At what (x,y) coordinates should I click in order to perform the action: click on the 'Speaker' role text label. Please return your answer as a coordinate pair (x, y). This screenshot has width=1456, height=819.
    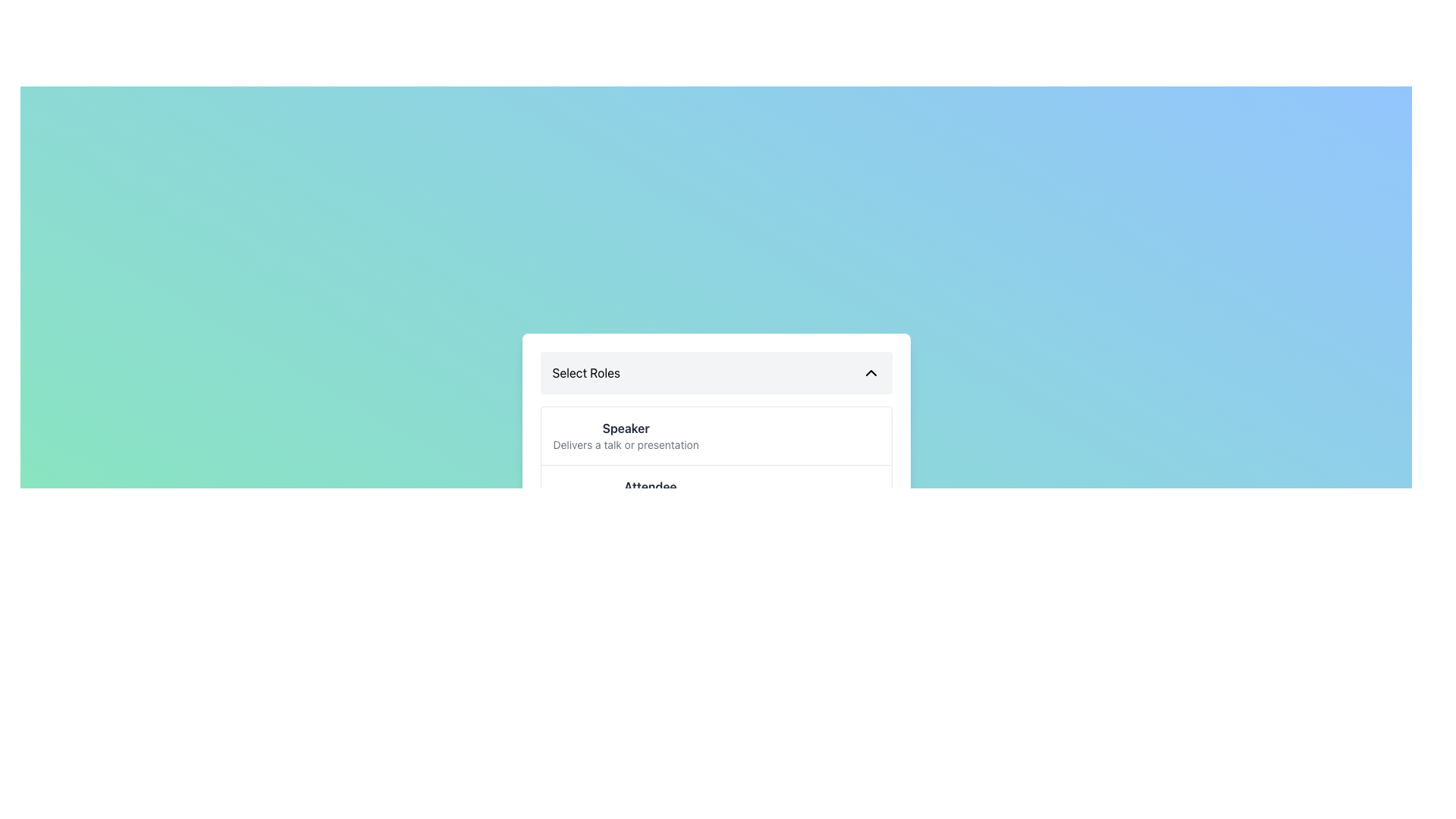
    Looking at the image, I should click on (626, 435).